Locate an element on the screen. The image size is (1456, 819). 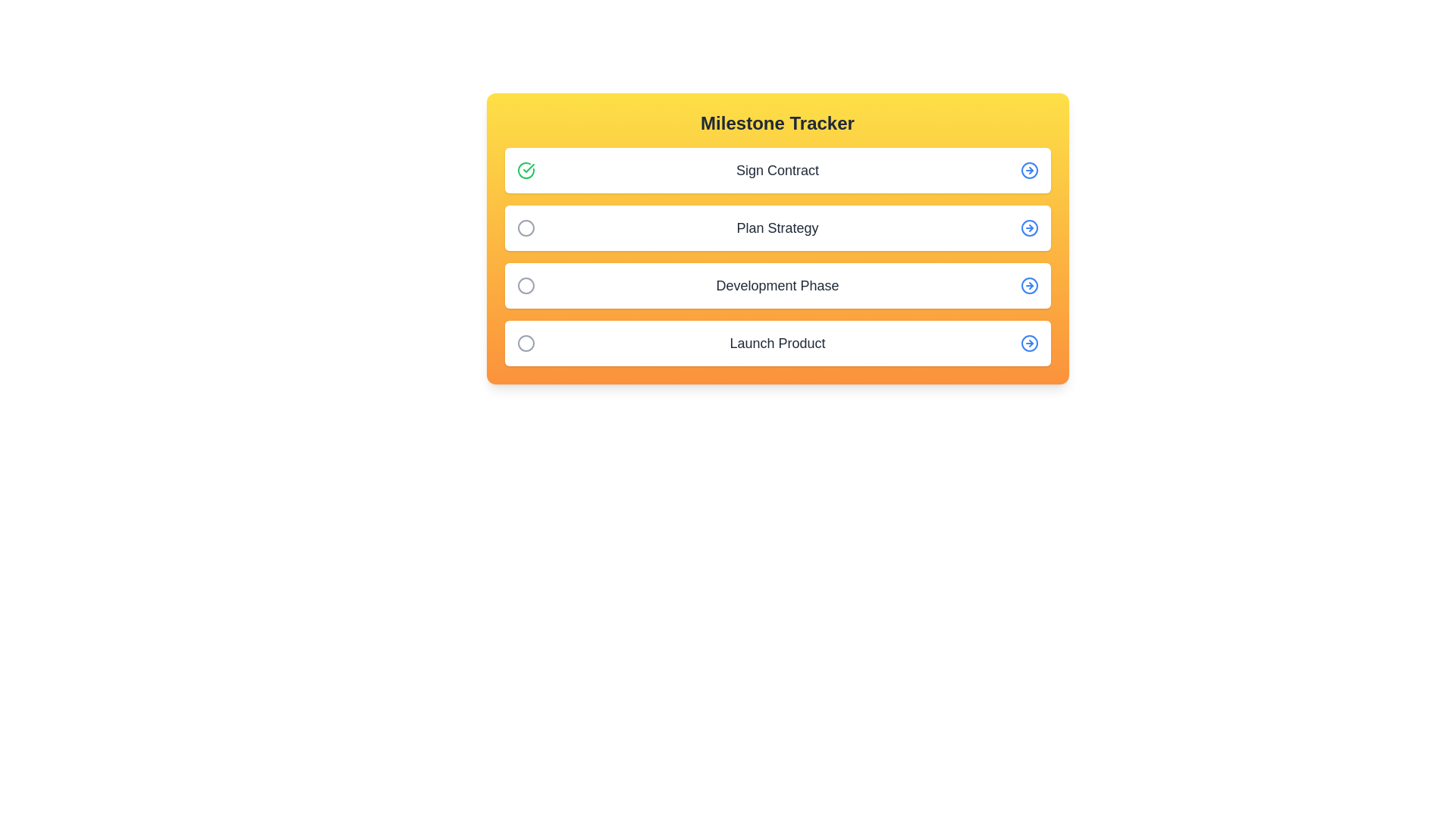
the neutral gray SVG circle element in the third milestone indicator under the 'Development Phase' label, indicating the milestone is not completed is located at coordinates (526, 286).